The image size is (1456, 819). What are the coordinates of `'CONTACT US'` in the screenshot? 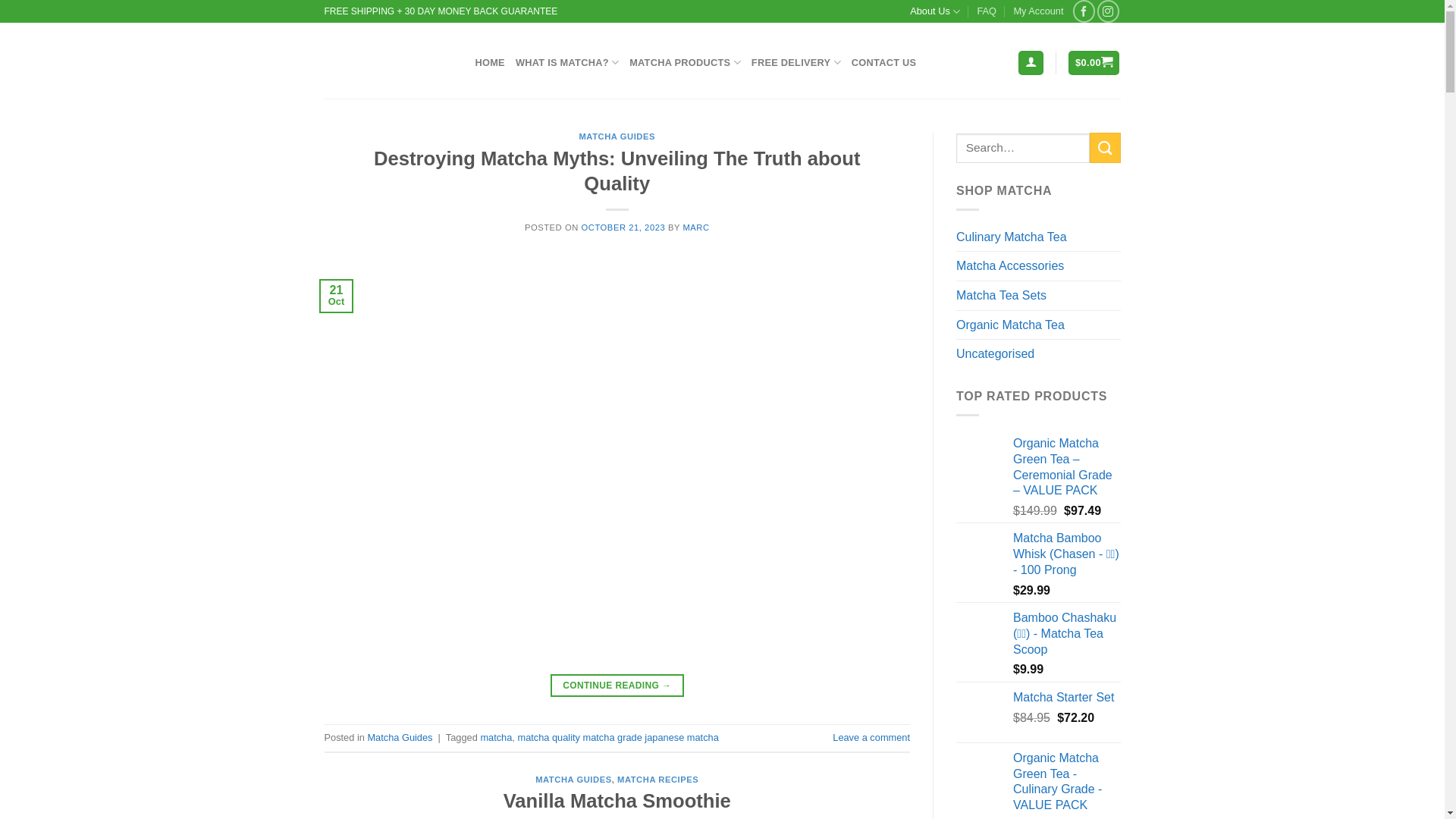 It's located at (852, 62).